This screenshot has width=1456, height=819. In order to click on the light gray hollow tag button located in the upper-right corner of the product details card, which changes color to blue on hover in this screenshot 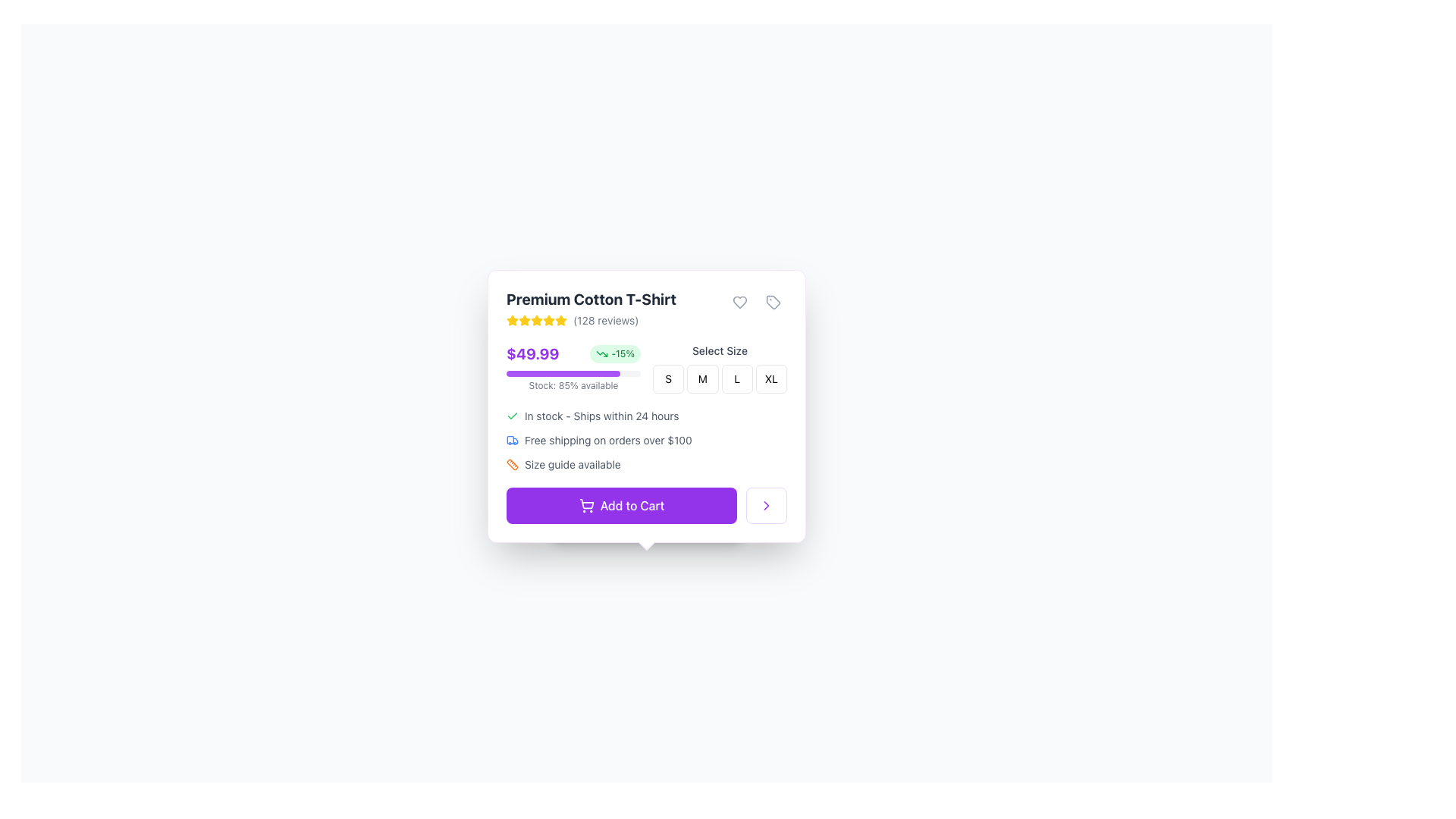, I will do `click(773, 302)`.